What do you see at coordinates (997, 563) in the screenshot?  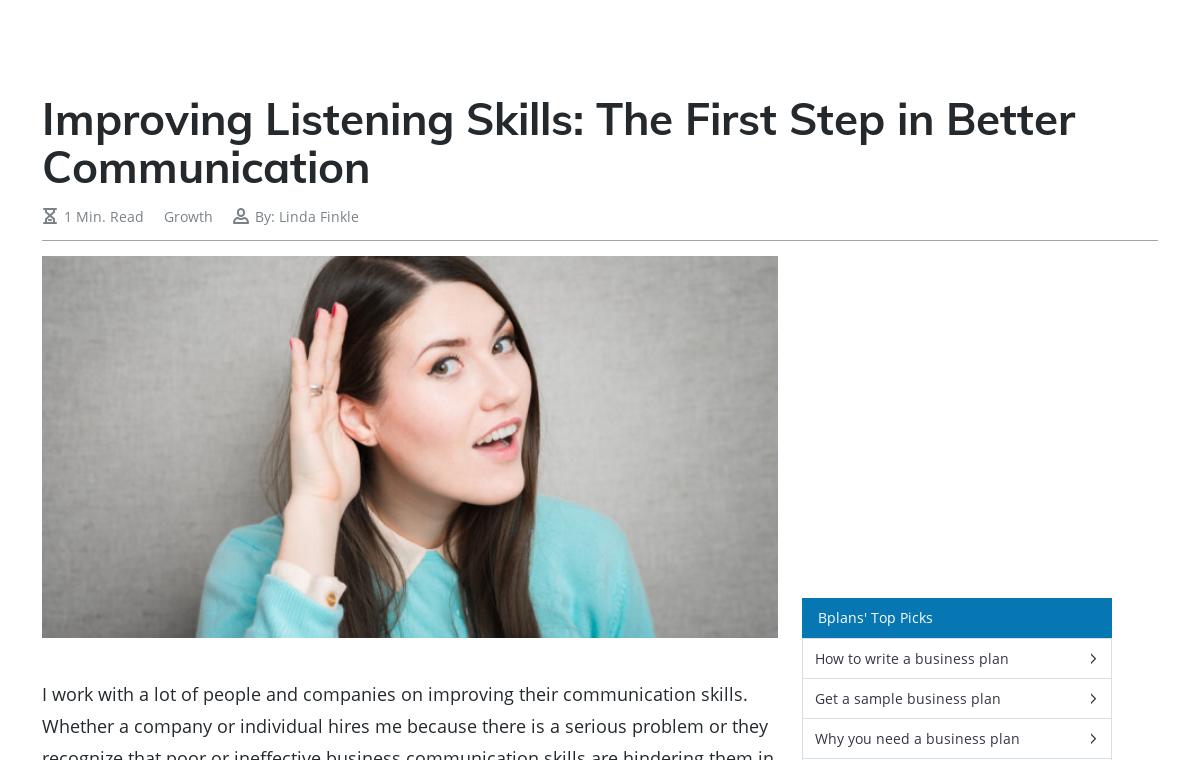 I see `'All the Insights You Need to Help Your Business Succeed'` at bounding box center [997, 563].